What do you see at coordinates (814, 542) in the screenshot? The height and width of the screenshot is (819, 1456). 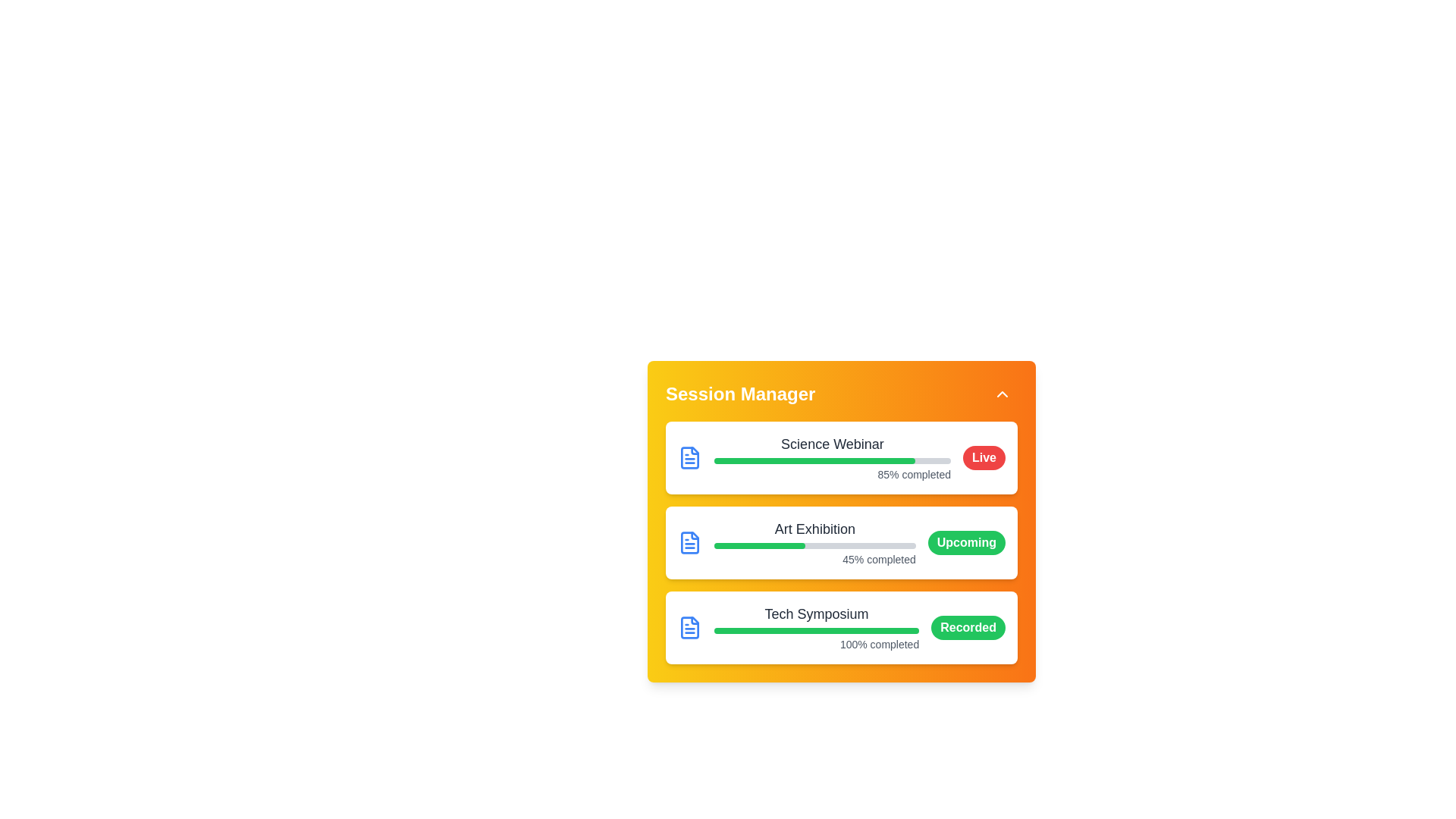 I see `the progress represented by the Progress bar with caption for the 'Art Exhibition' activity, which is centrally located in the middle card of the interface` at bounding box center [814, 542].